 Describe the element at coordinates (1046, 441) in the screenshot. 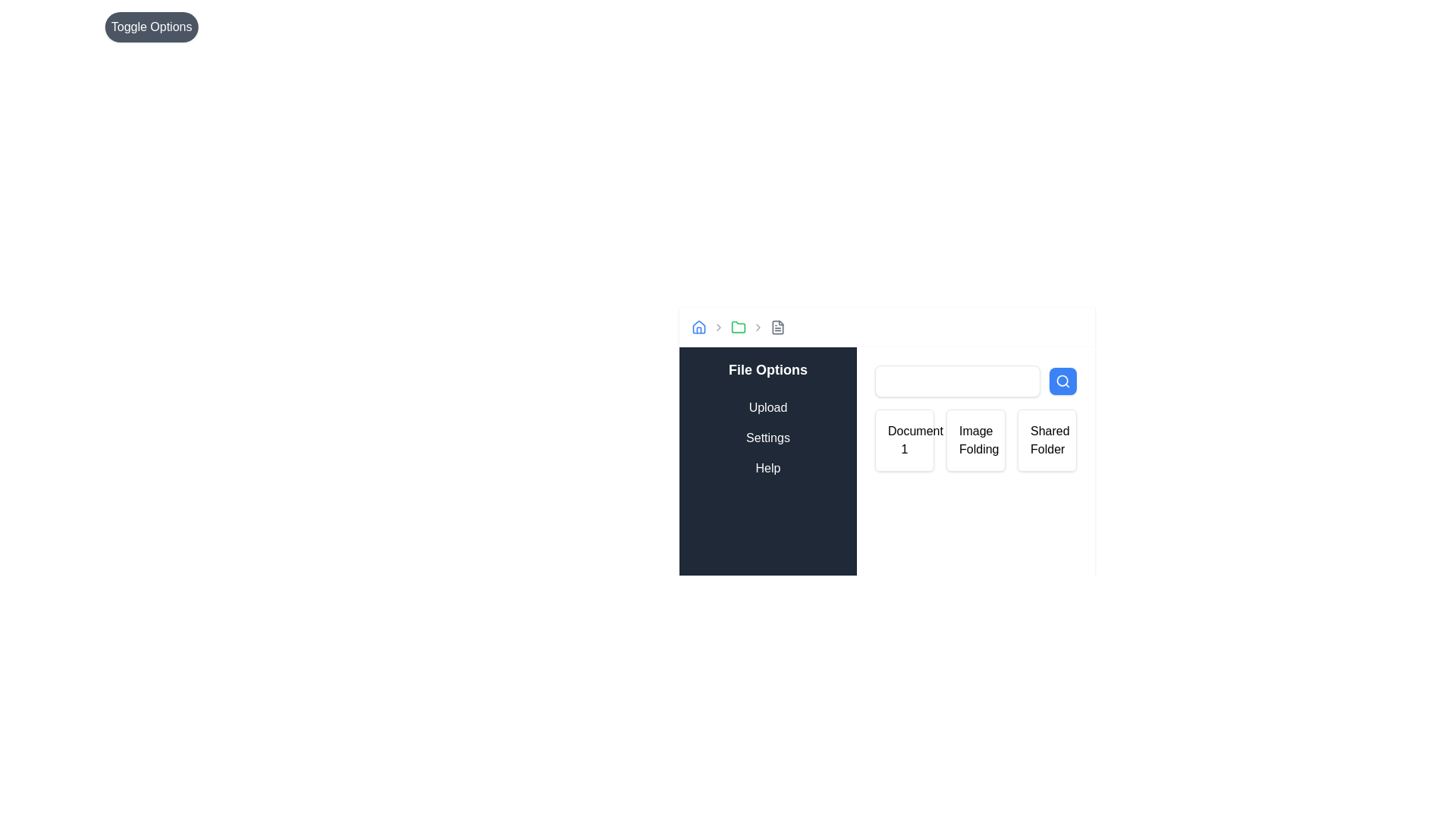

I see `the 'Shared Folder' button` at that location.